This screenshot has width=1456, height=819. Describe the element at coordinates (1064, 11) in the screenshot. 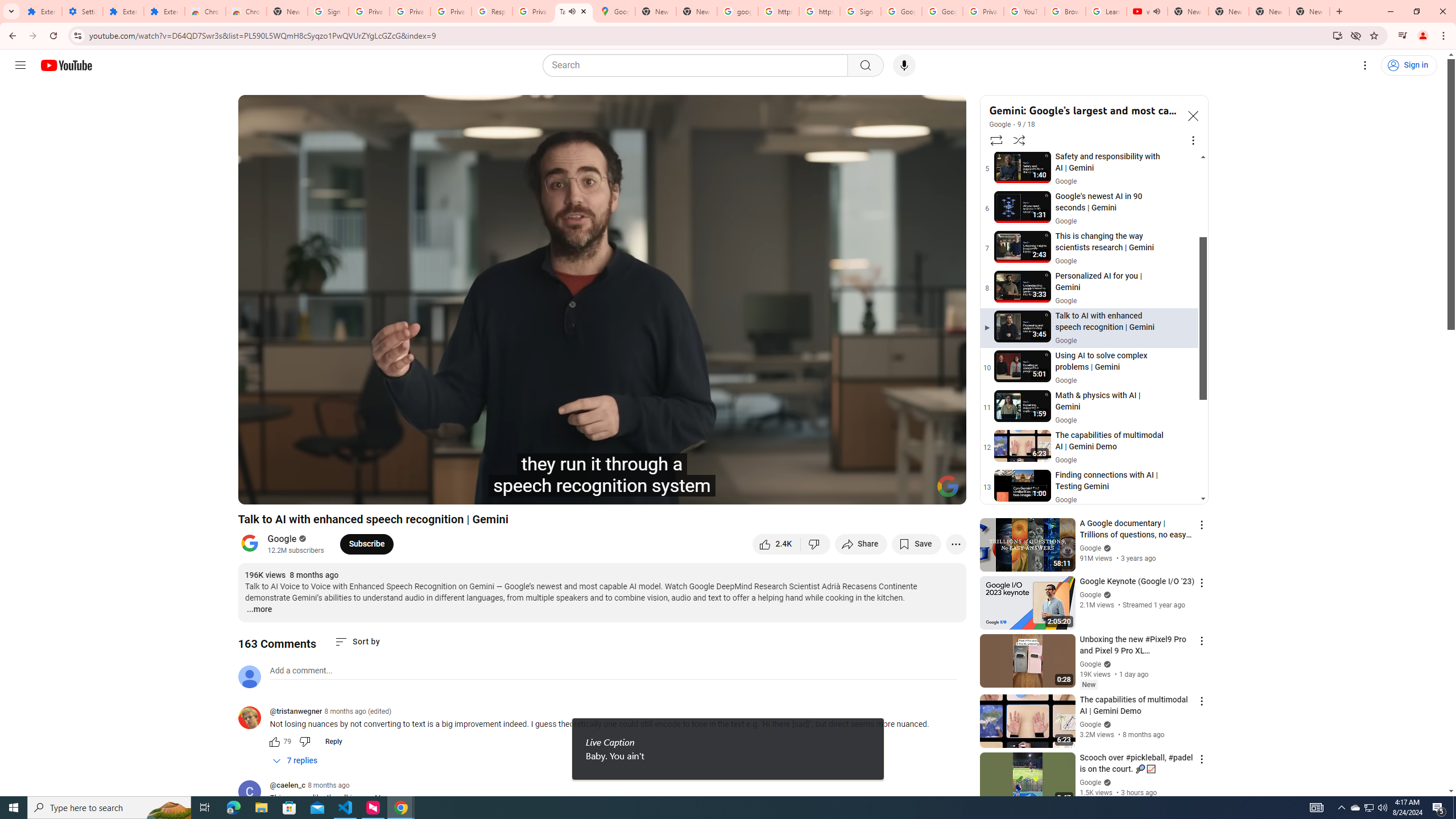

I see `'Browse Chrome as a guest - Computer - Google Chrome Help'` at that location.